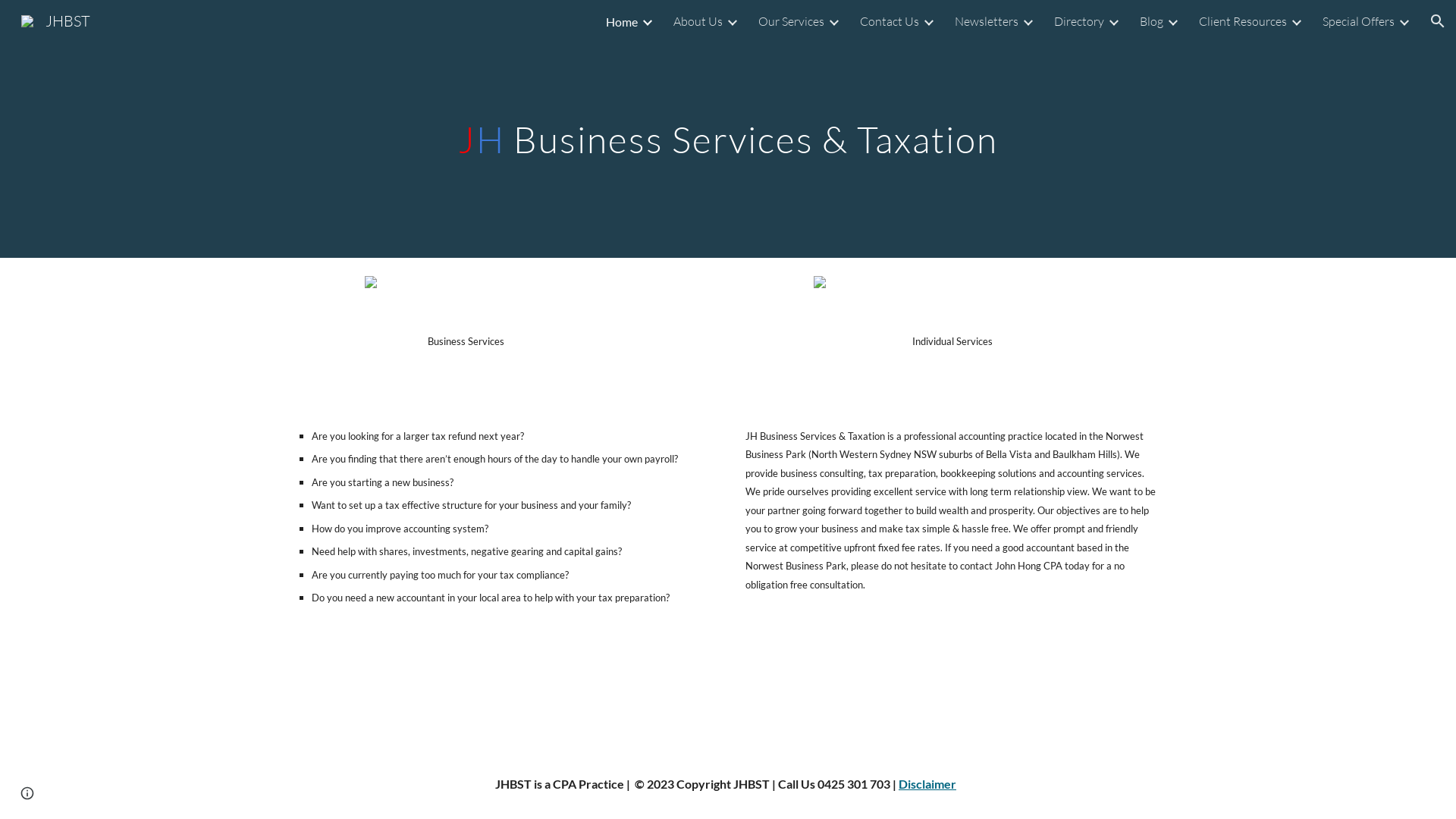 Image resolution: width=1456 pixels, height=819 pixels. Describe the element at coordinates (1171, 20) in the screenshot. I see `'Expand/Collapse'` at that location.